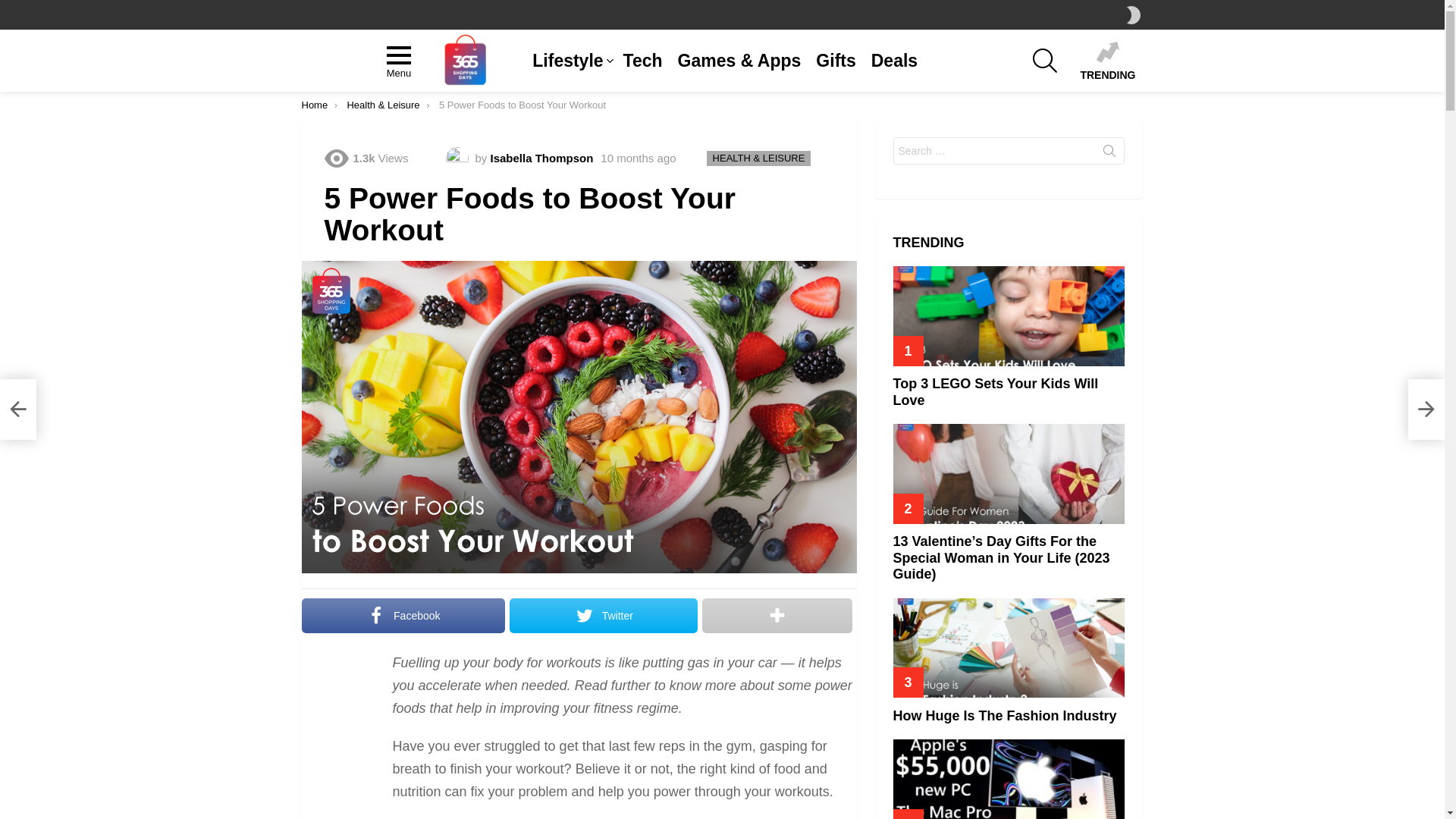  I want to click on 'HEALTH & LEISURE', so click(759, 158).